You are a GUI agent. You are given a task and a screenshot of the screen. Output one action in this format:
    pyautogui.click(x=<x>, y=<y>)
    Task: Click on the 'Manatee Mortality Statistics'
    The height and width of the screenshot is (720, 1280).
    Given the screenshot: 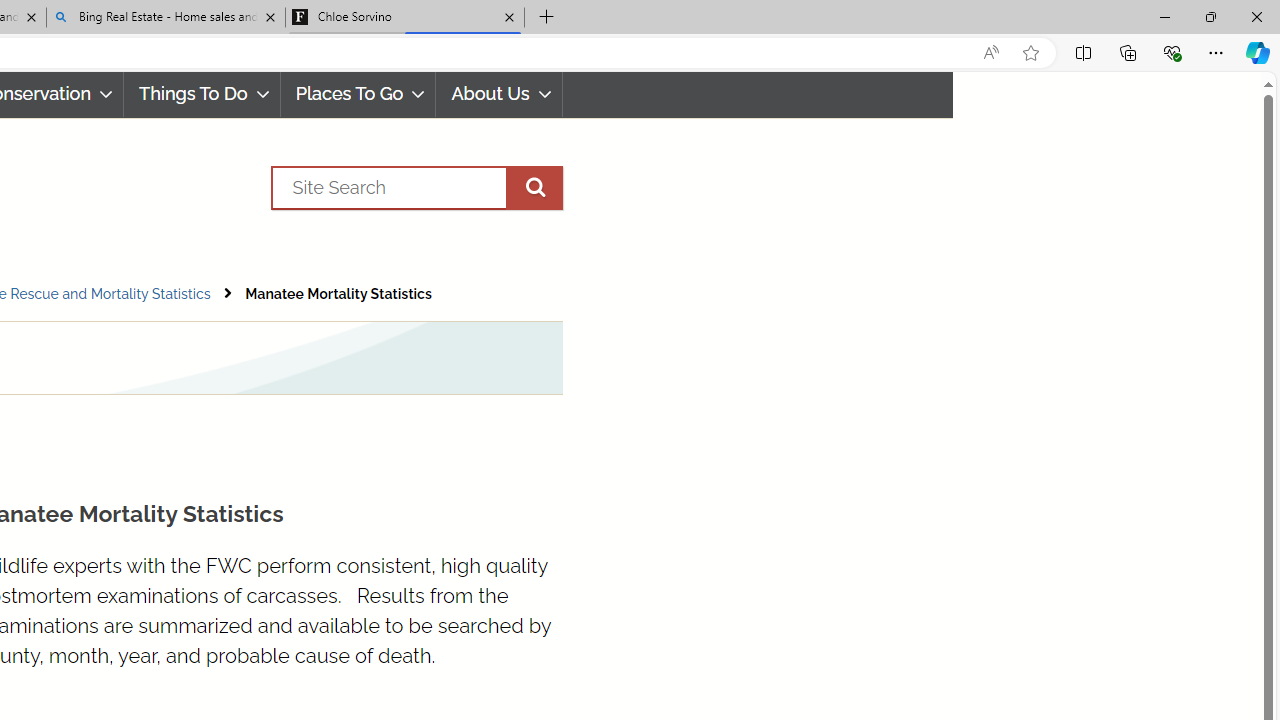 What is the action you would take?
    pyautogui.click(x=338, y=294)
    